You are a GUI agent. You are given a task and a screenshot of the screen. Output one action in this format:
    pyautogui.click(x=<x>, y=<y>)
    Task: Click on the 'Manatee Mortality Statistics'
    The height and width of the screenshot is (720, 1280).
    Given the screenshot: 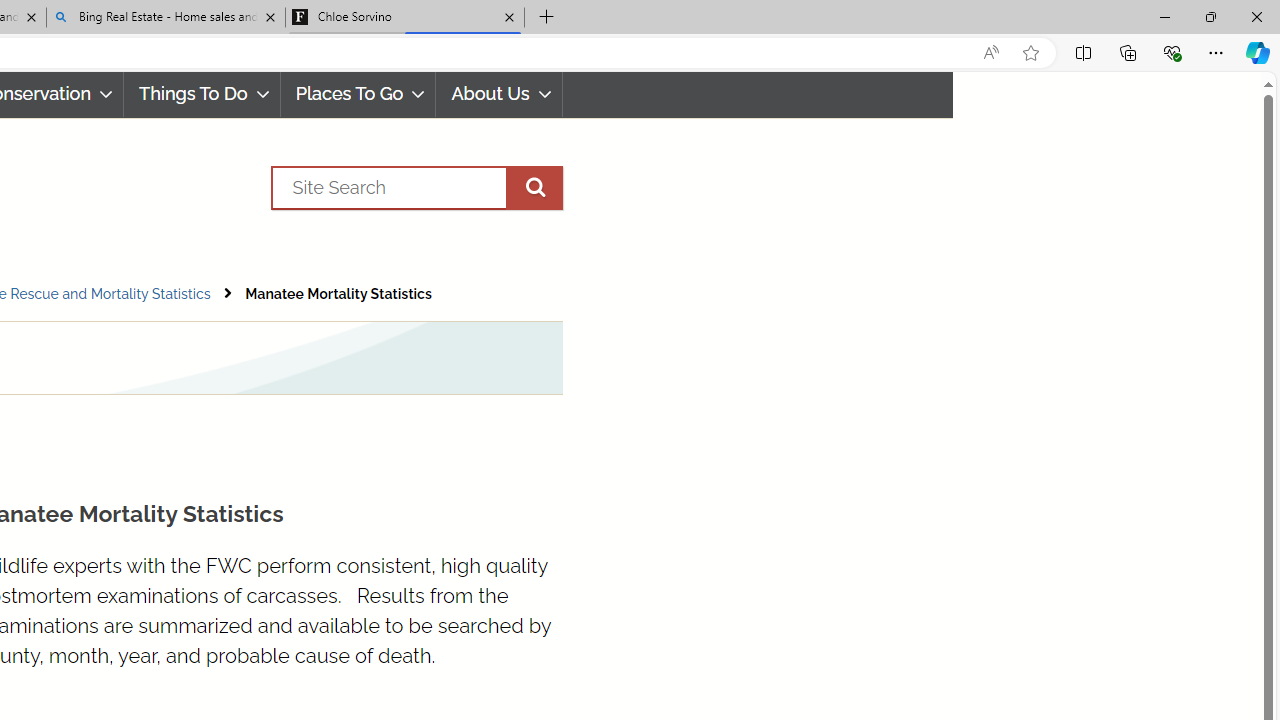 What is the action you would take?
    pyautogui.click(x=338, y=294)
    